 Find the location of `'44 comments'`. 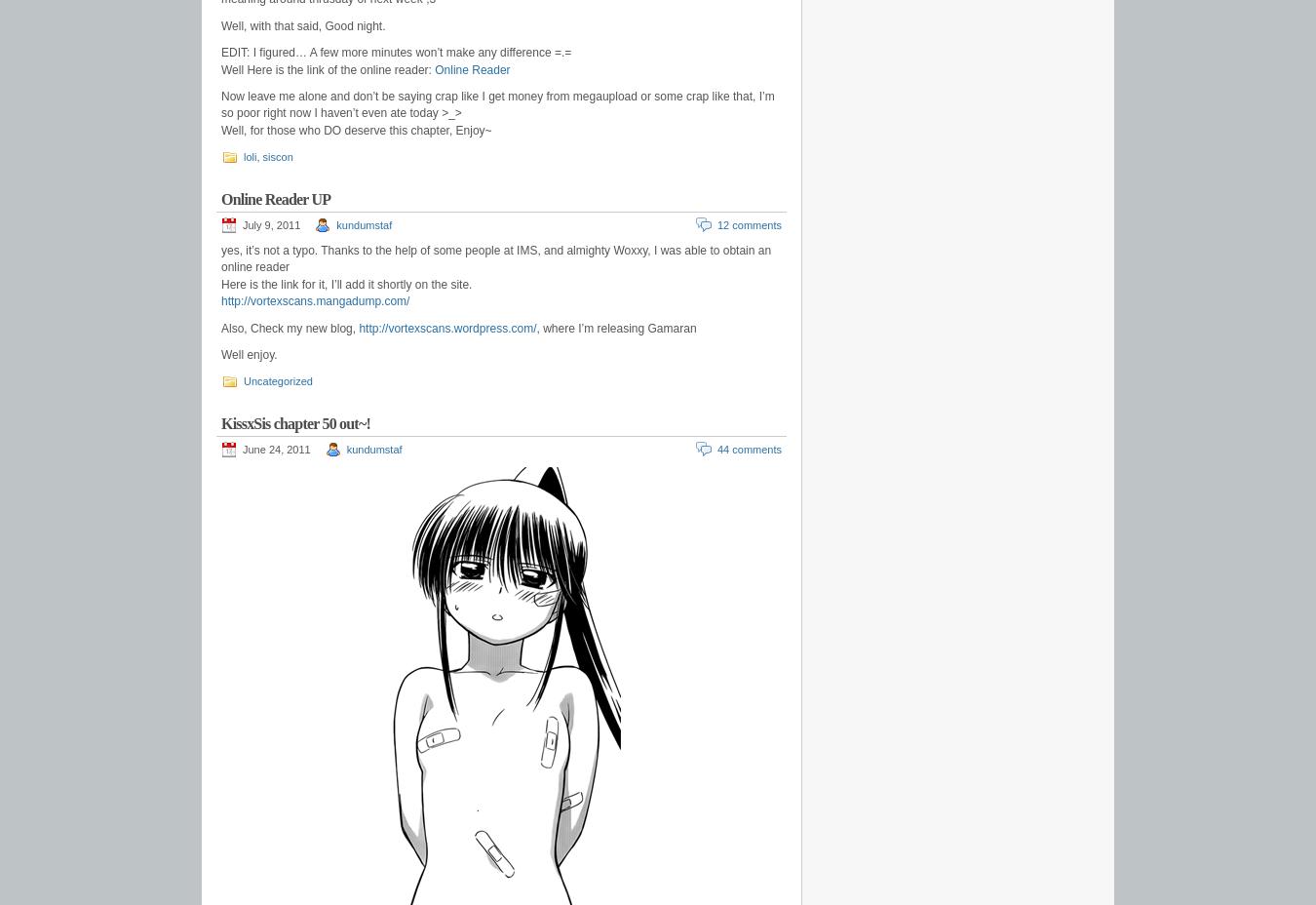

'44 comments' is located at coordinates (748, 450).